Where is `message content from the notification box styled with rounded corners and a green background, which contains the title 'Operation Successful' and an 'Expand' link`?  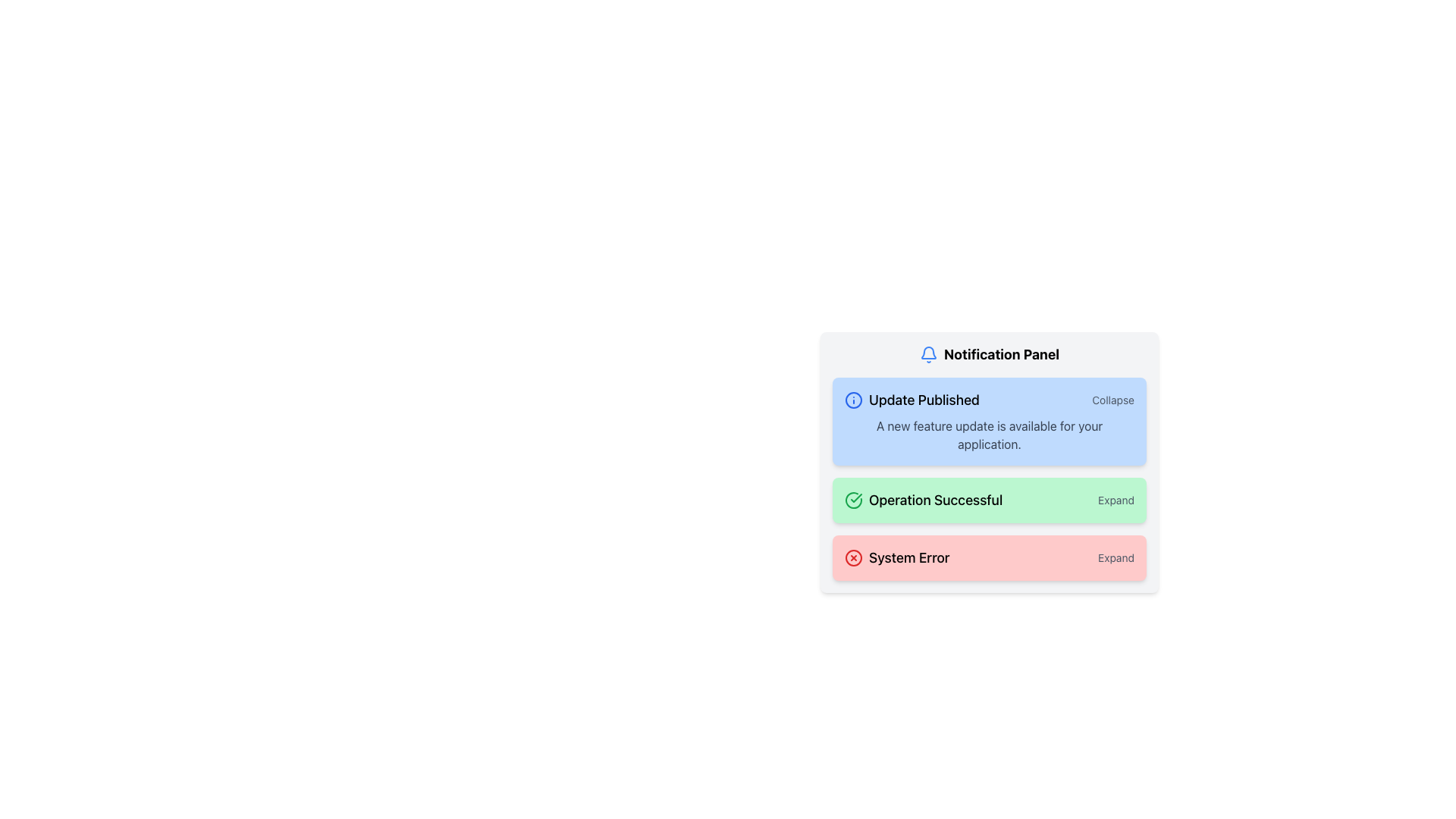
message content from the notification box styled with rounded corners and a green background, which contains the title 'Operation Successful' and an 'Expand' link is located at coordinates (990, 500).